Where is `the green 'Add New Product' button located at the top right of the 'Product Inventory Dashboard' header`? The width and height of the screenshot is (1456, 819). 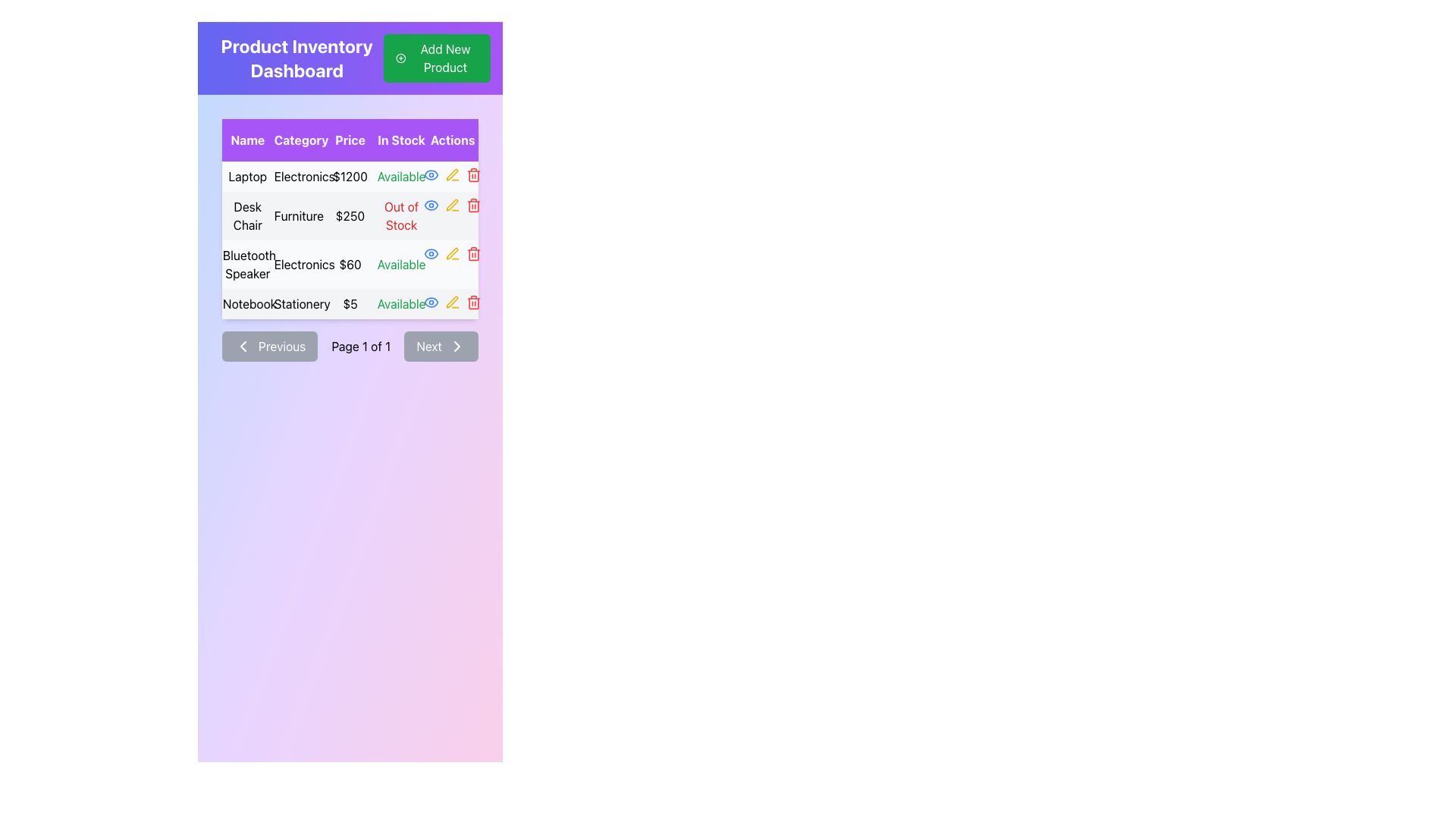 the green 'Add New Product' button located at the top right of the 'Product Inventory Dashboard' header is located at coordinates (436, 58).